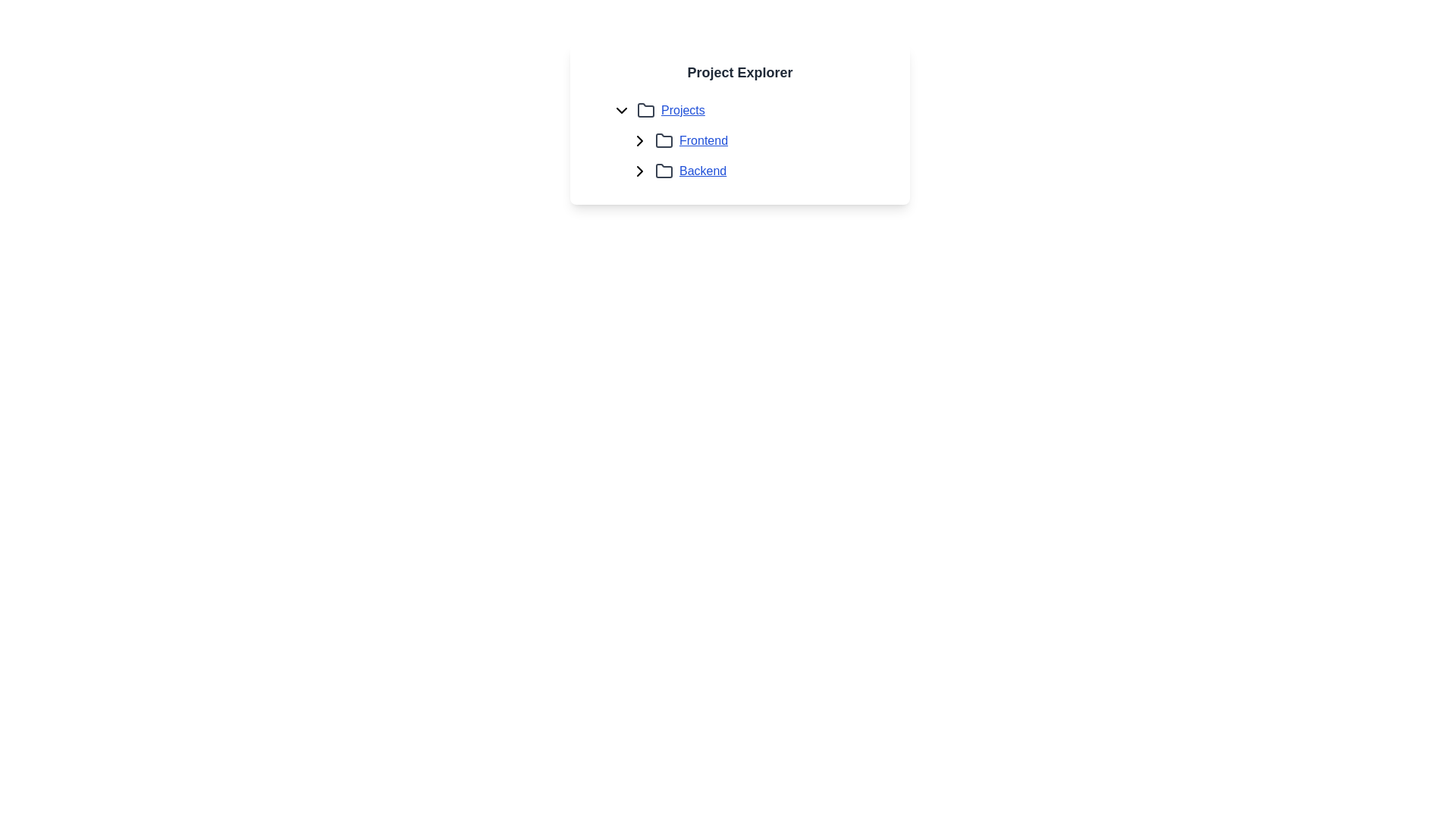 The image size is (1456, 819). I want to click on the folder icon styled with a stroke outline, located near the text 'Frontend' in the 'Project Explorer', so click(664, 140).